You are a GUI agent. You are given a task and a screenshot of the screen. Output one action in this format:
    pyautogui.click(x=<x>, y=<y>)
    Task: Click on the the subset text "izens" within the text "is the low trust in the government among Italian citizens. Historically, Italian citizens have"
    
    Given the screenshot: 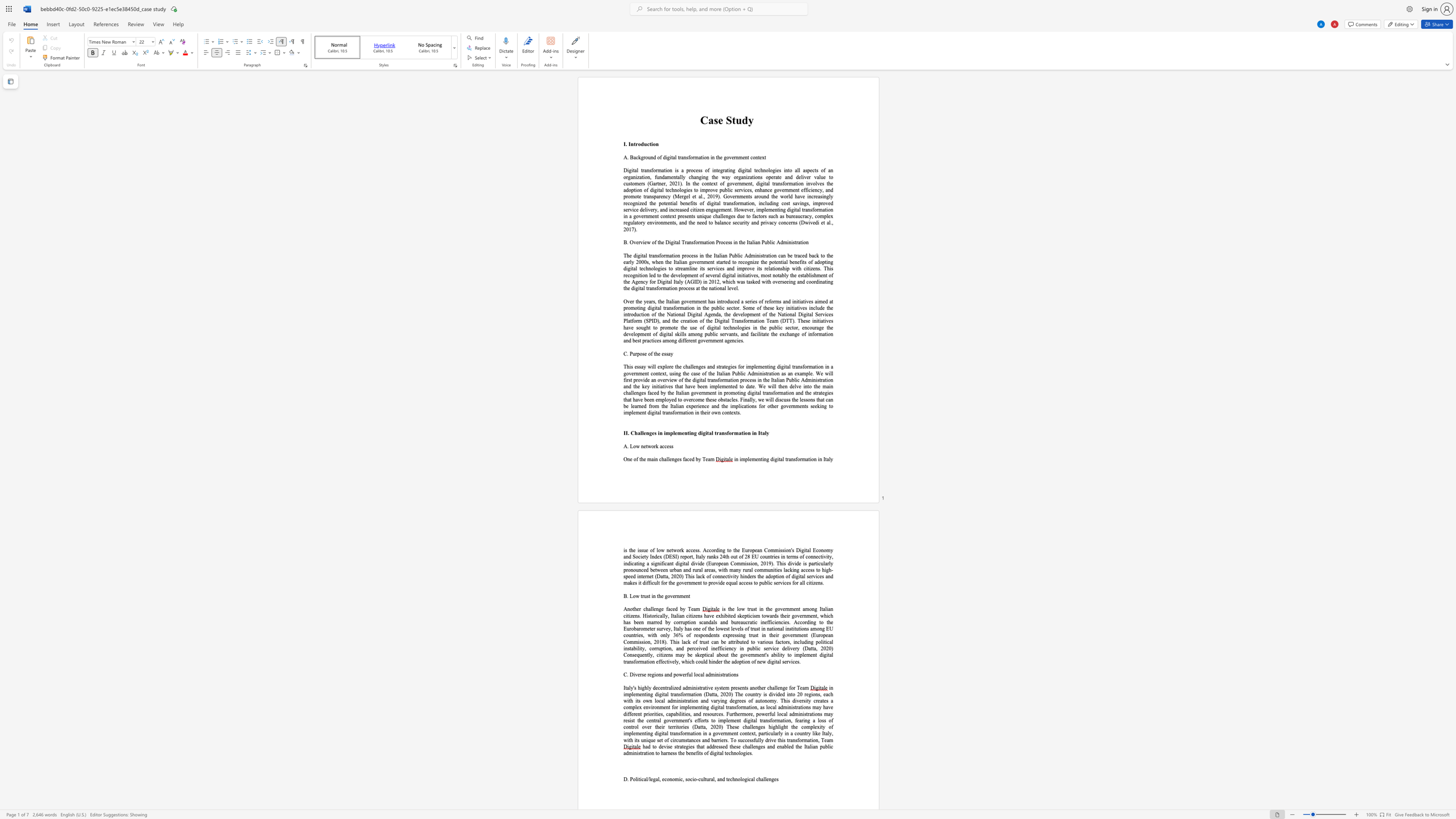 What is the action you would take?
    pyautogui.click(x=691, y=615)
    